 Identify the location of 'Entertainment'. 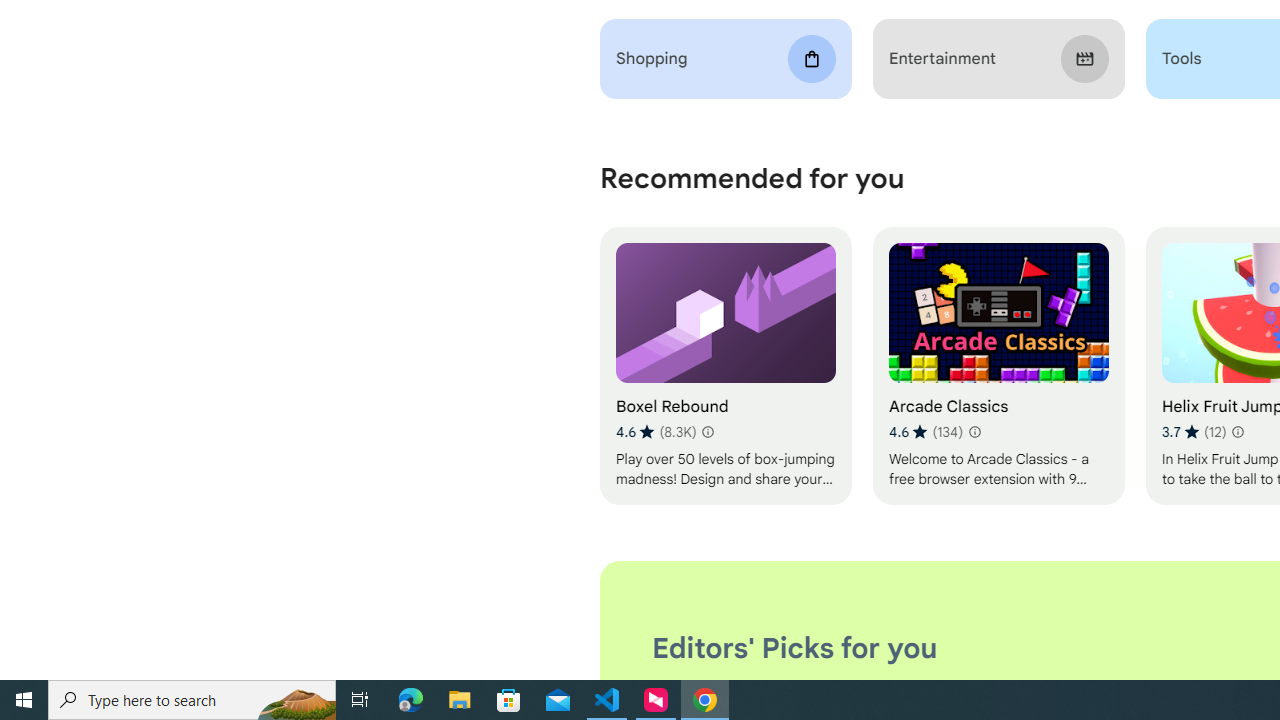
(998, 58).